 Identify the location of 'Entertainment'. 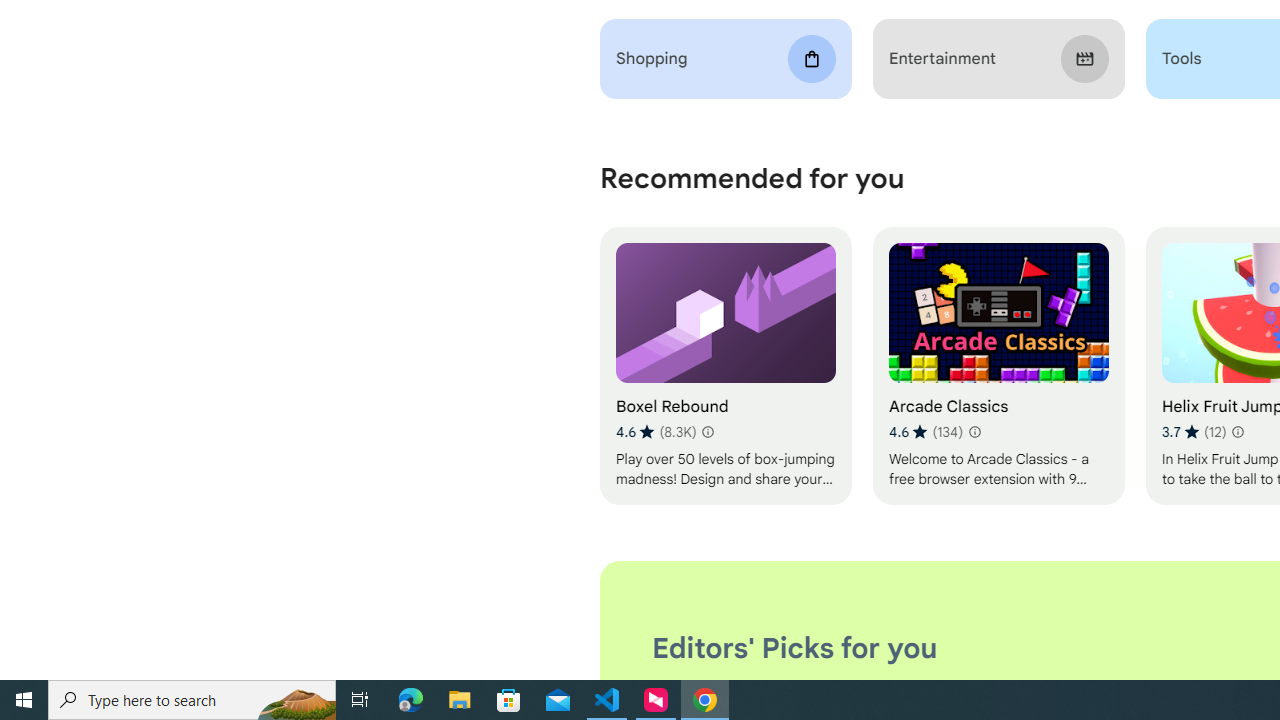
(998, 58).